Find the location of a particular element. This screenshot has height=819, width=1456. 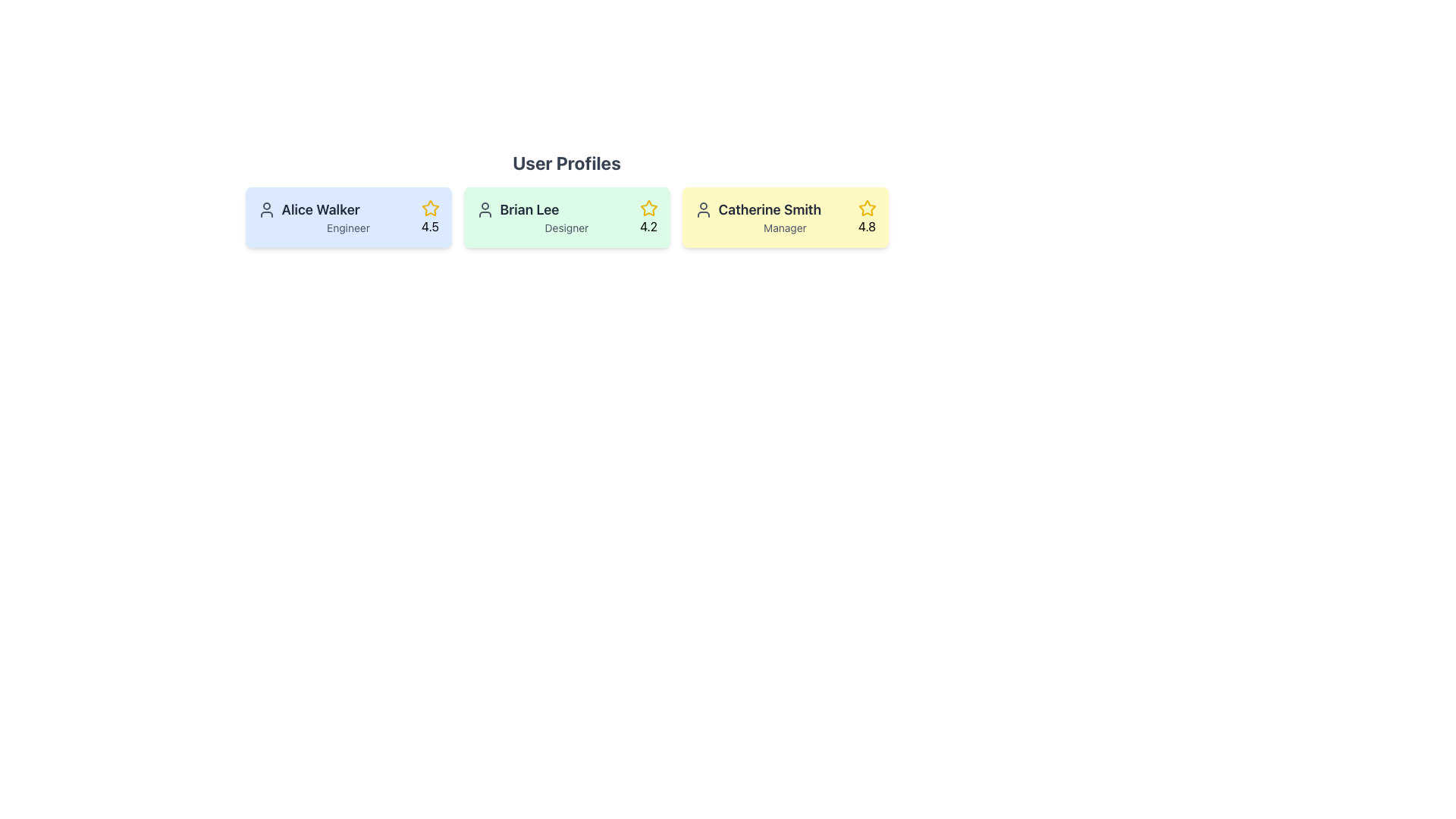

the star icon representing the rating of the third profile card, located in the upper-right corner, to the left of the numeric value '4.8' is located at coordinates (867, 208).